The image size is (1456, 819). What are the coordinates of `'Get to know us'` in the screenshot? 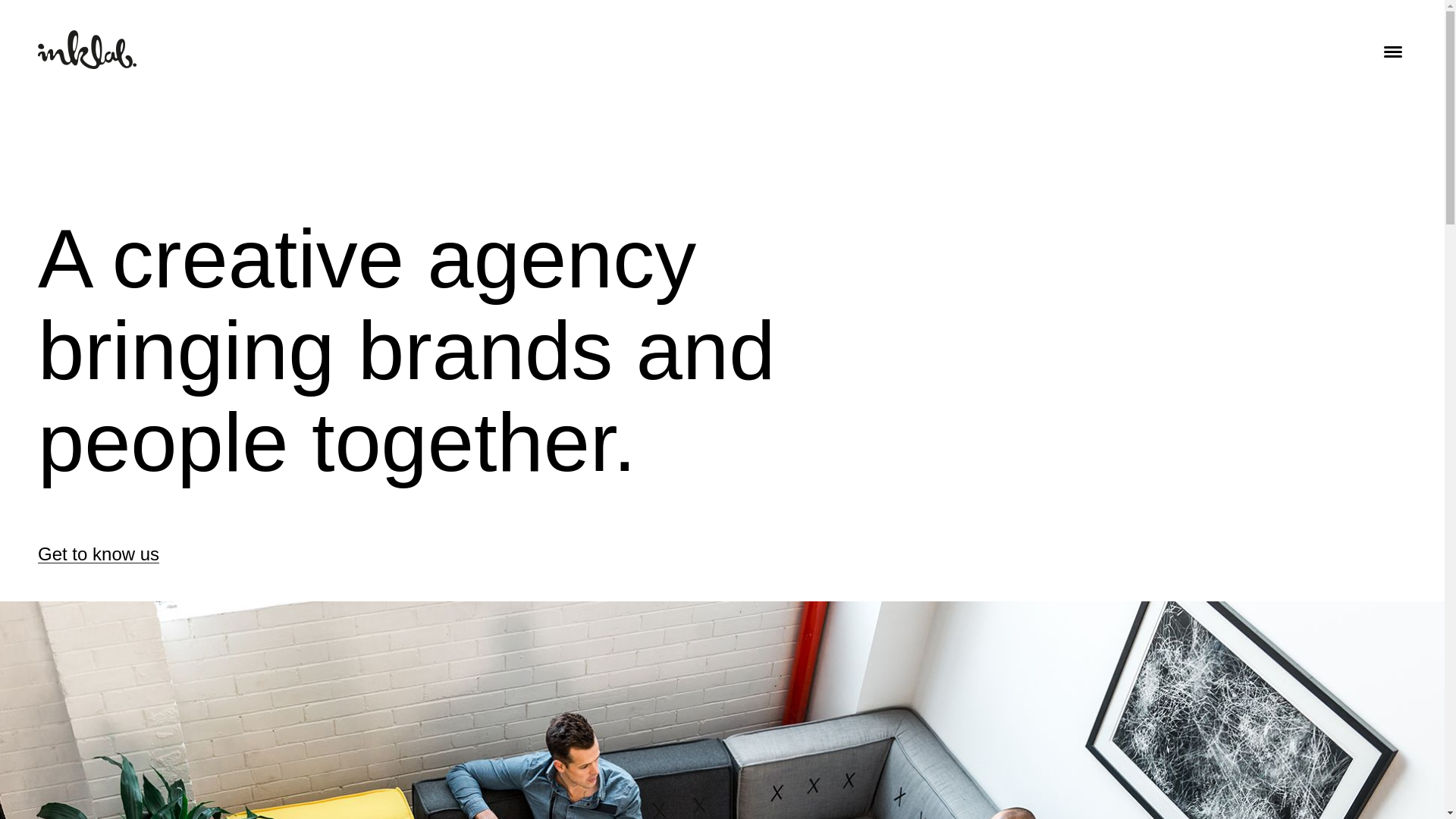 It's located at (97, 554).